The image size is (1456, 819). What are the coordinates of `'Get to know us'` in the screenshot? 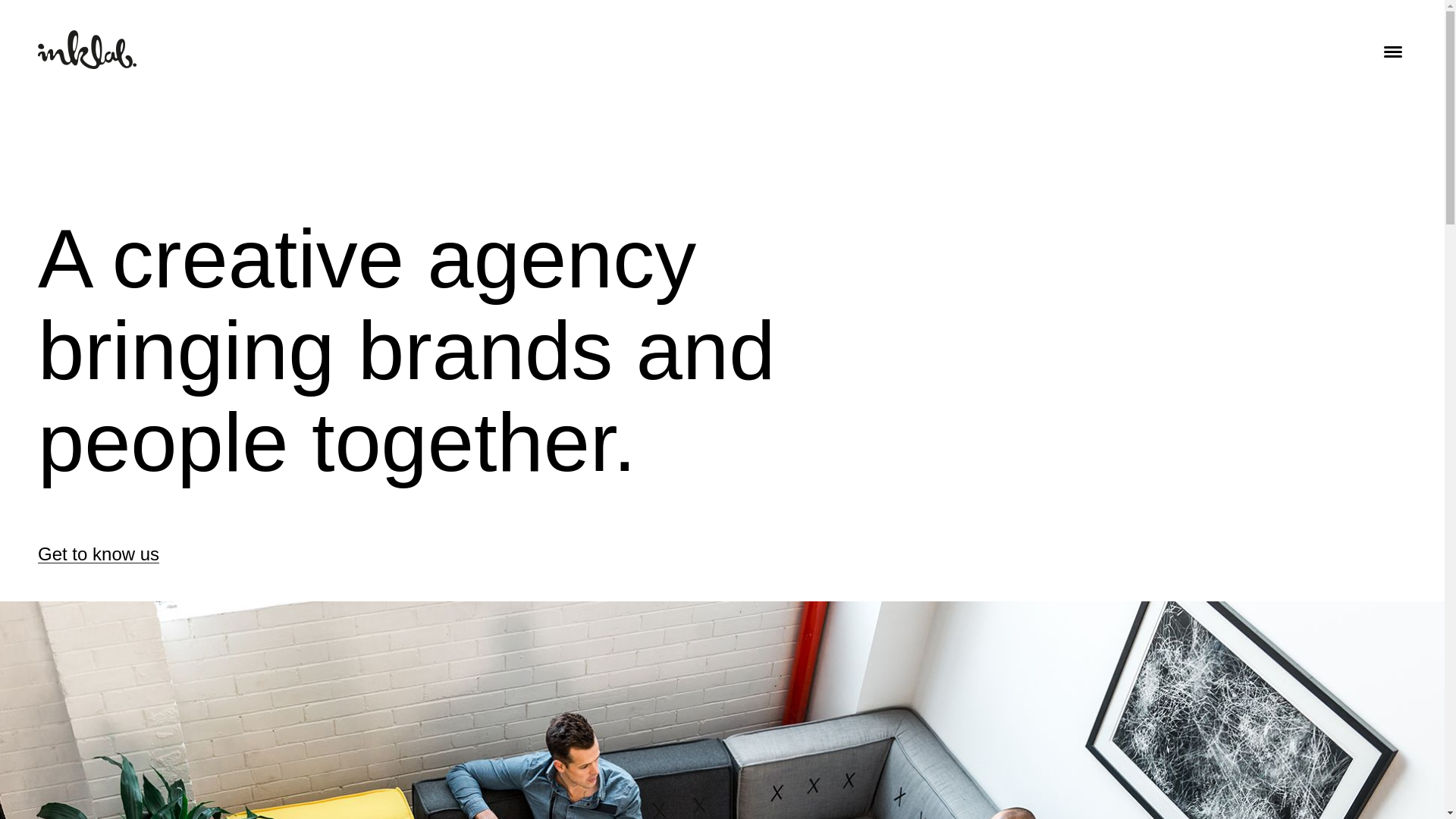 It's located at (97, 554).